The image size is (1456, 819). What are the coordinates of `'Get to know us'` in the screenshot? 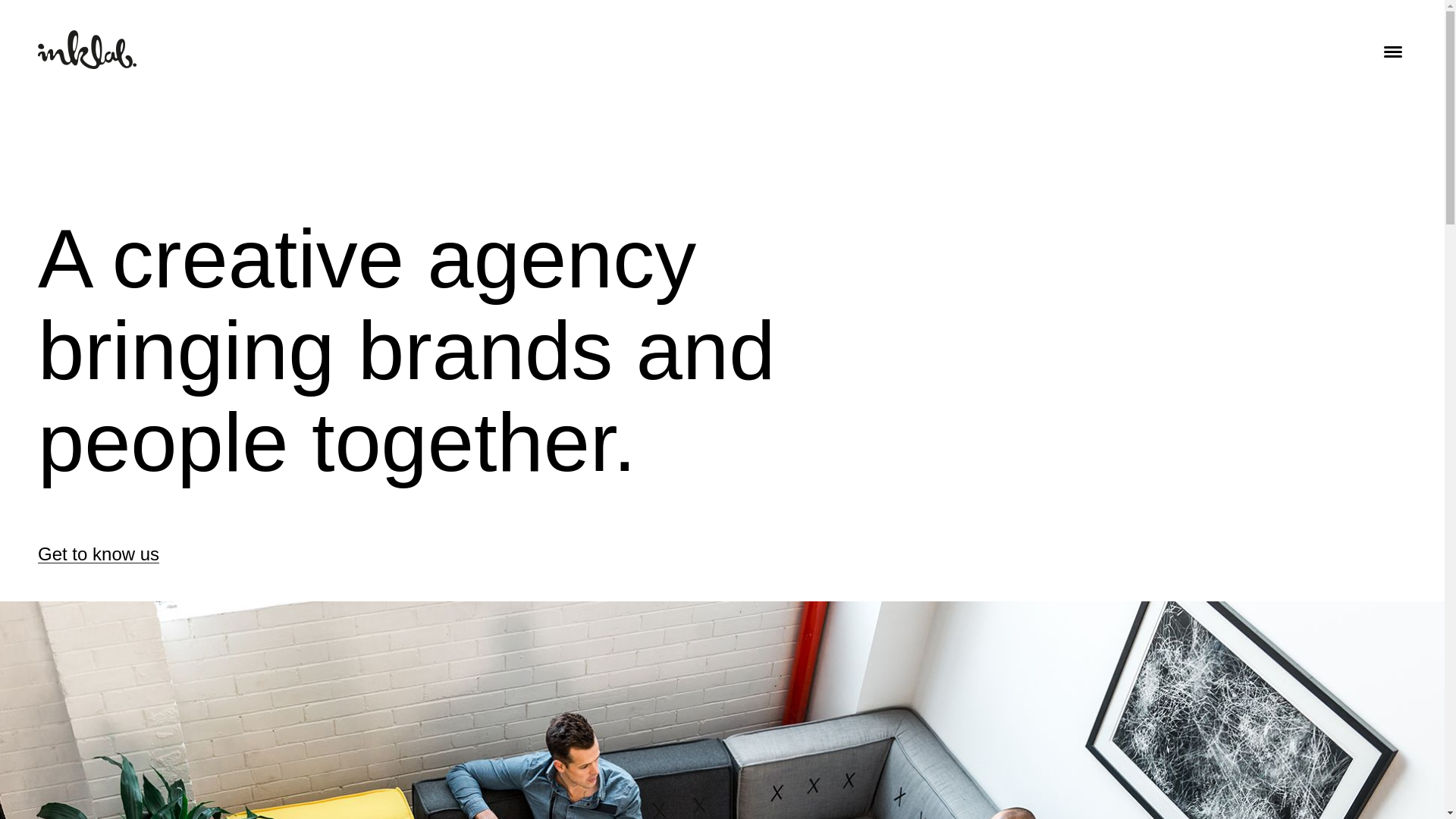 It's located at (97, 554).